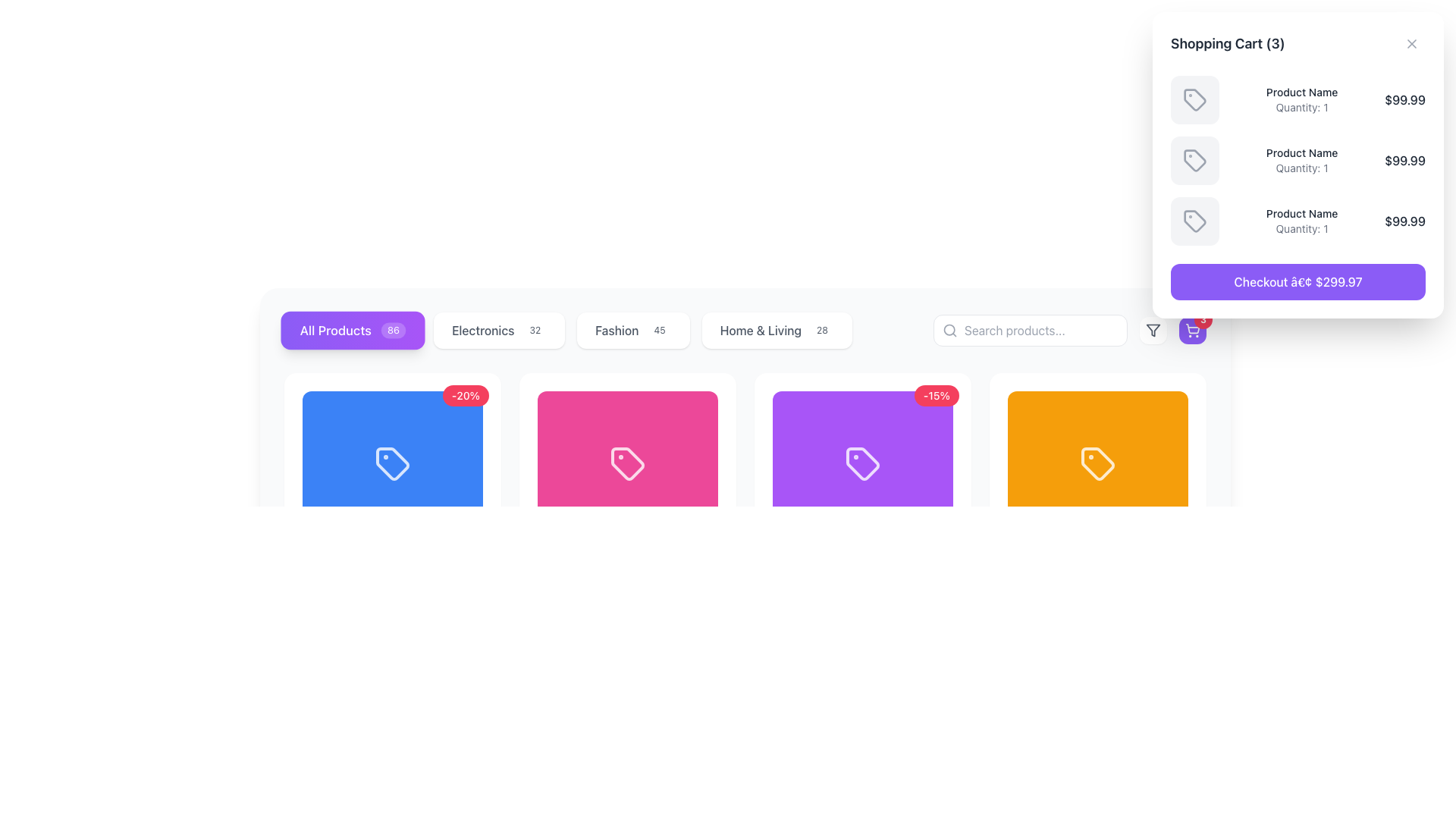  What do you see at coordinates (1298, 281) in the screenshot?
I see `the prominently styled button with a purple background and white text reading 'Checkout â€¢ $299.97'` at bounding box center [1298, 281].